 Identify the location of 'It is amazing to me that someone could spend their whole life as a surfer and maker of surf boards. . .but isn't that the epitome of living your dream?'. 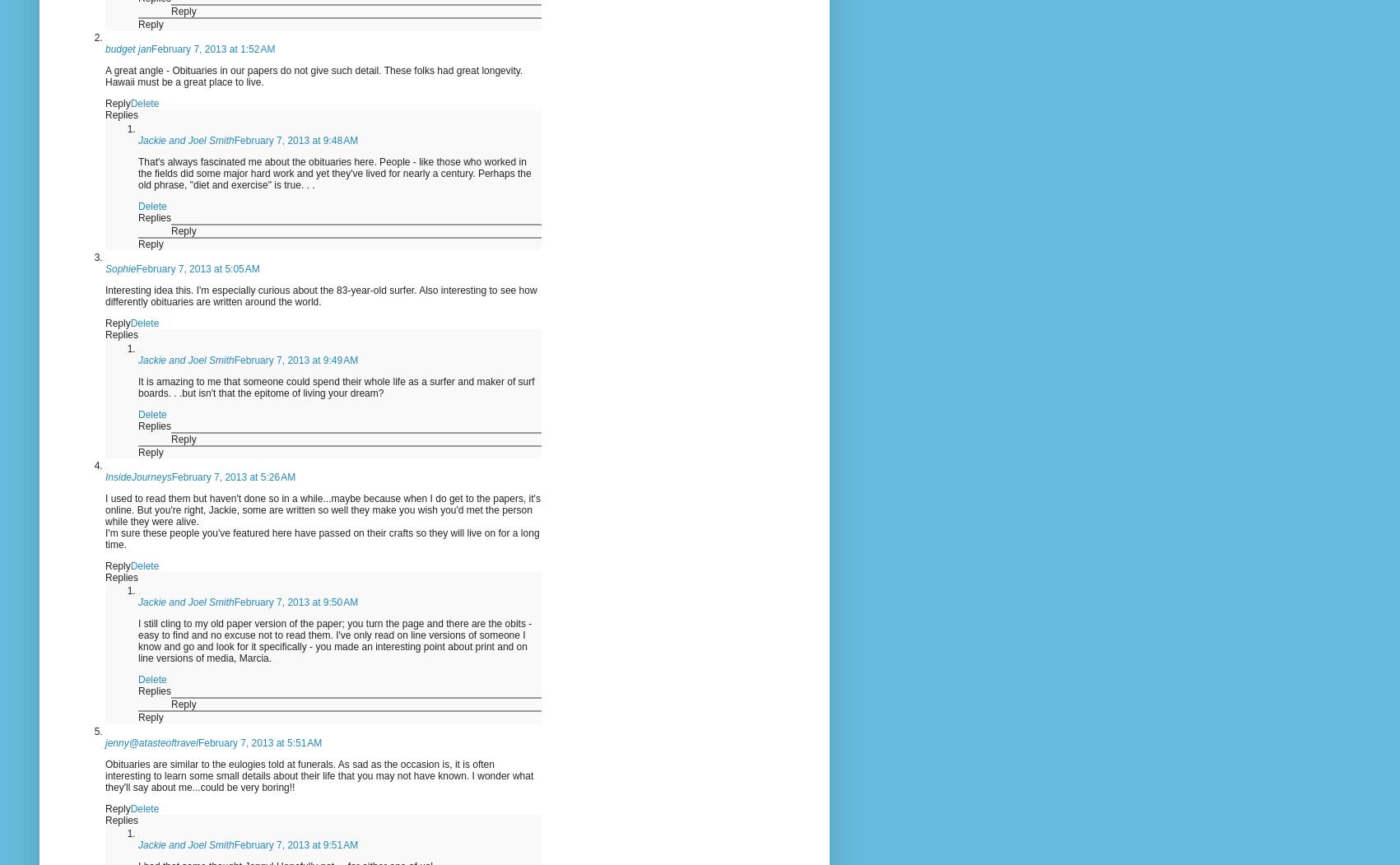
(137, 386).